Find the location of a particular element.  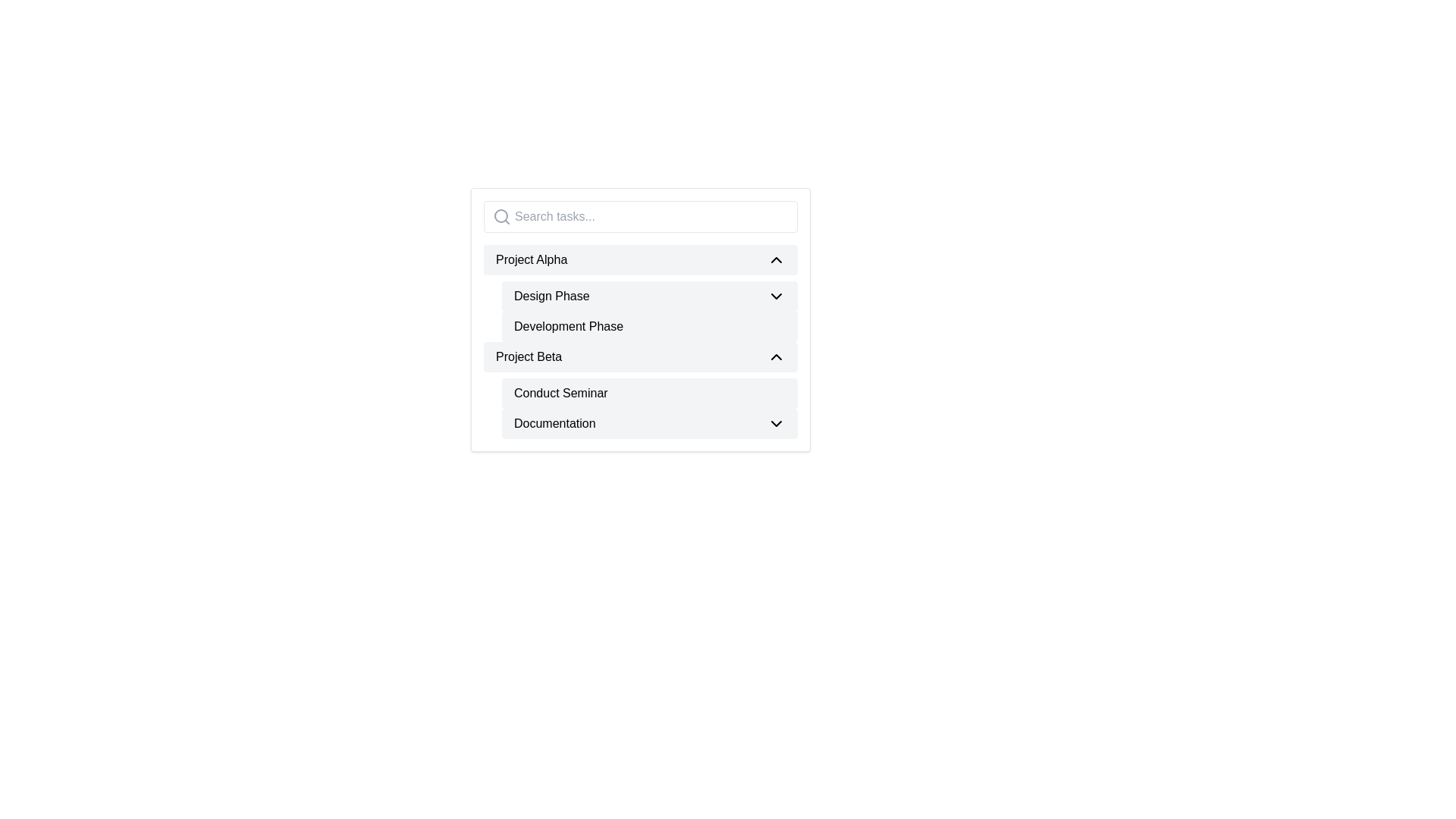

the selectable list item labeled 'Development Phase' is located at coordinates (650, 326).